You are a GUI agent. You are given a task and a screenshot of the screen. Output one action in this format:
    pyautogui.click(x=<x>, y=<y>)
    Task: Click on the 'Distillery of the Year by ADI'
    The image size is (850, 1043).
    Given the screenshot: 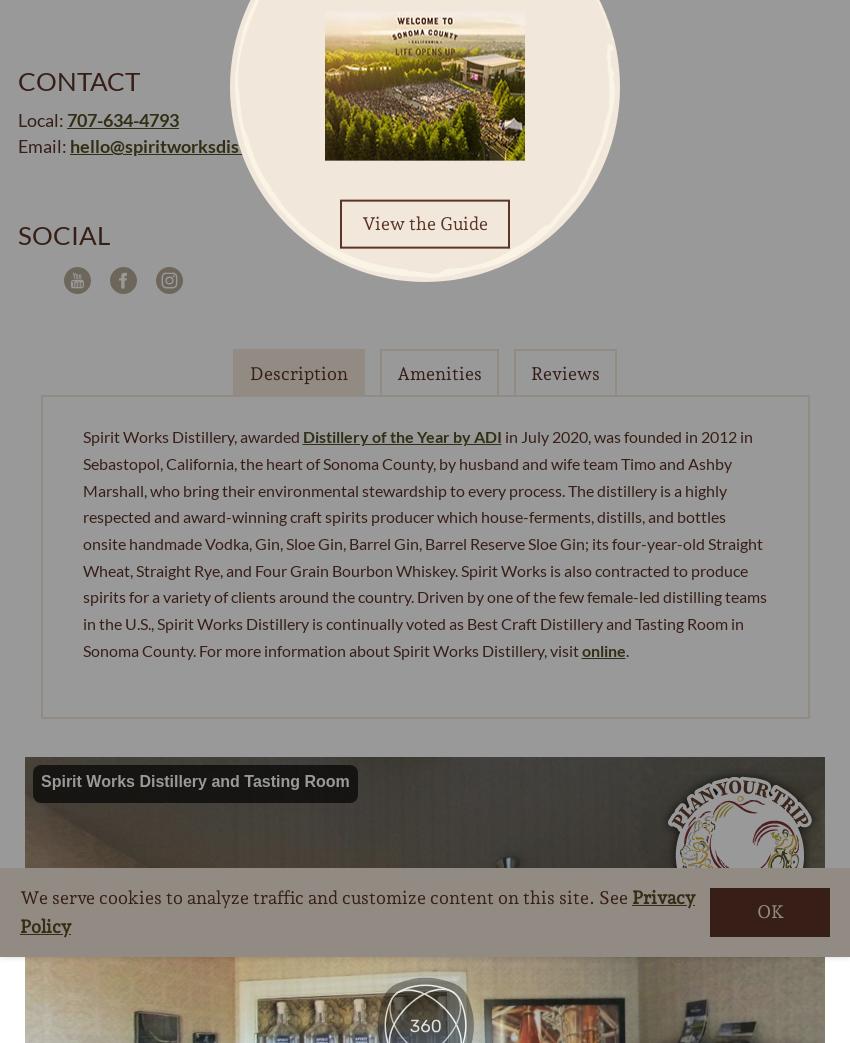 What is the action you would take?
    pyautogui.click(x=401, y=436)
    